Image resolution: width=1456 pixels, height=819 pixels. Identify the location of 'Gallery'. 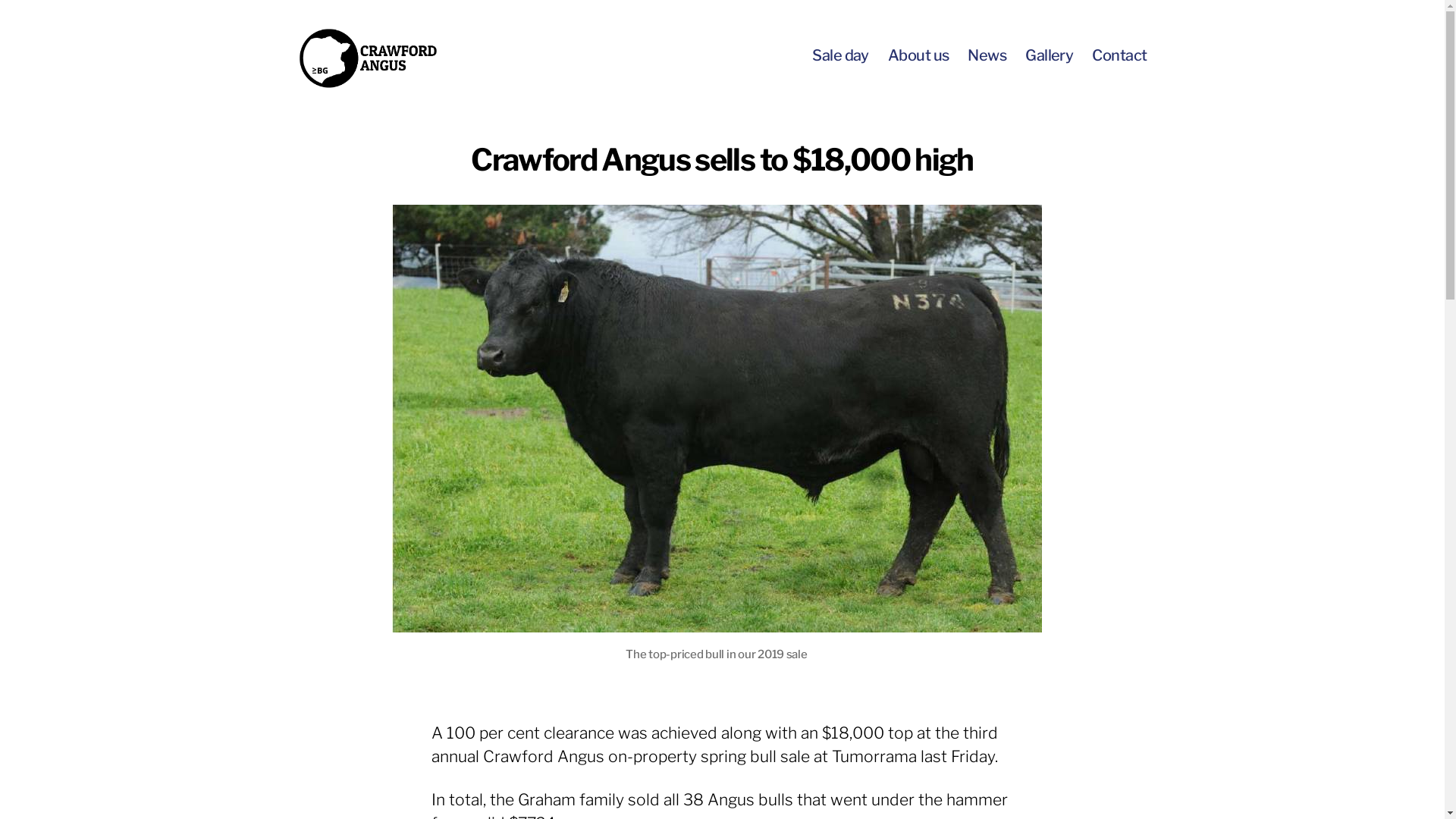
(1048, 55).